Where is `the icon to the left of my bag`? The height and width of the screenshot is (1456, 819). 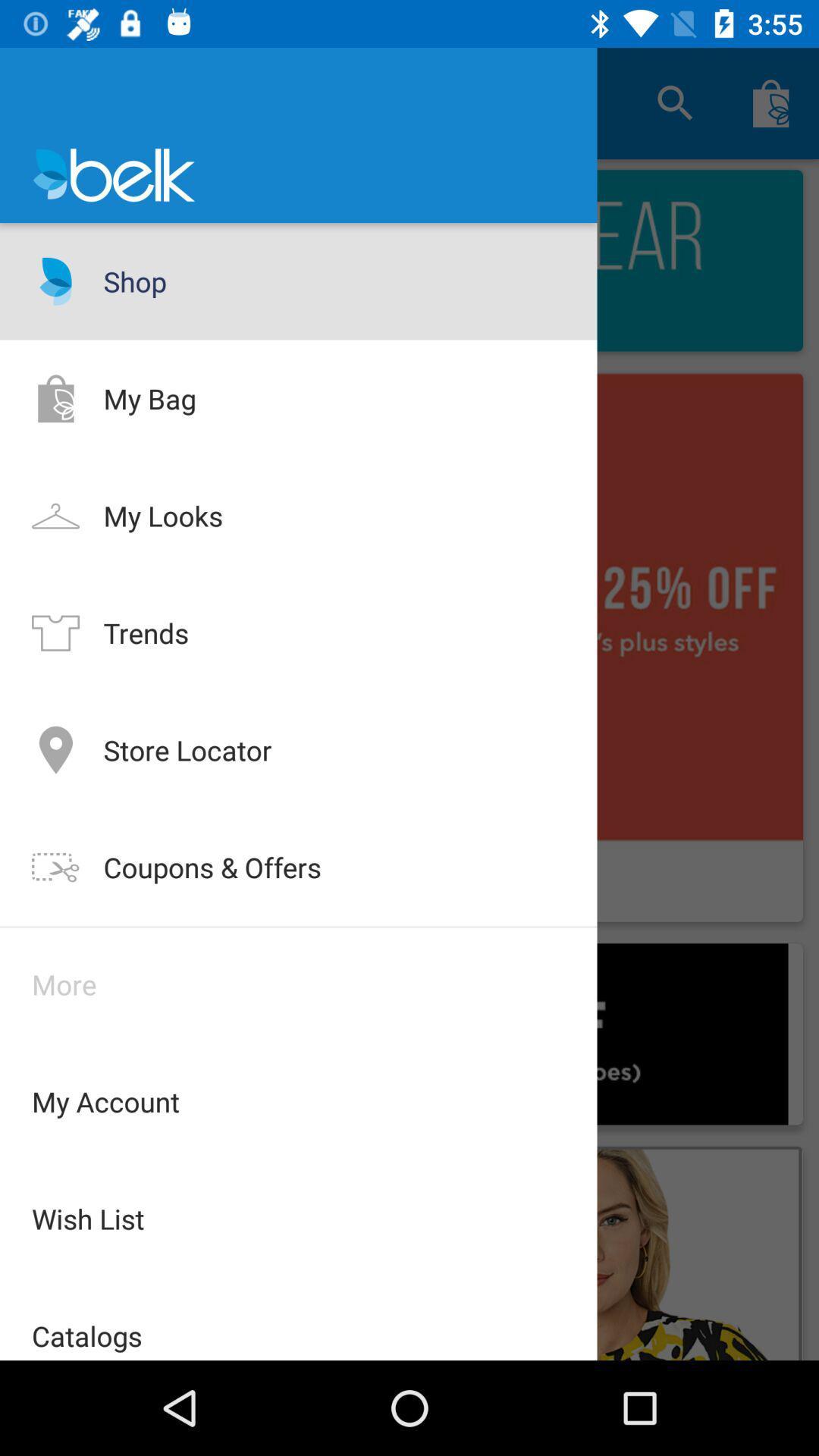
the icon to the left of my bag is located at coordinates (55, 398).